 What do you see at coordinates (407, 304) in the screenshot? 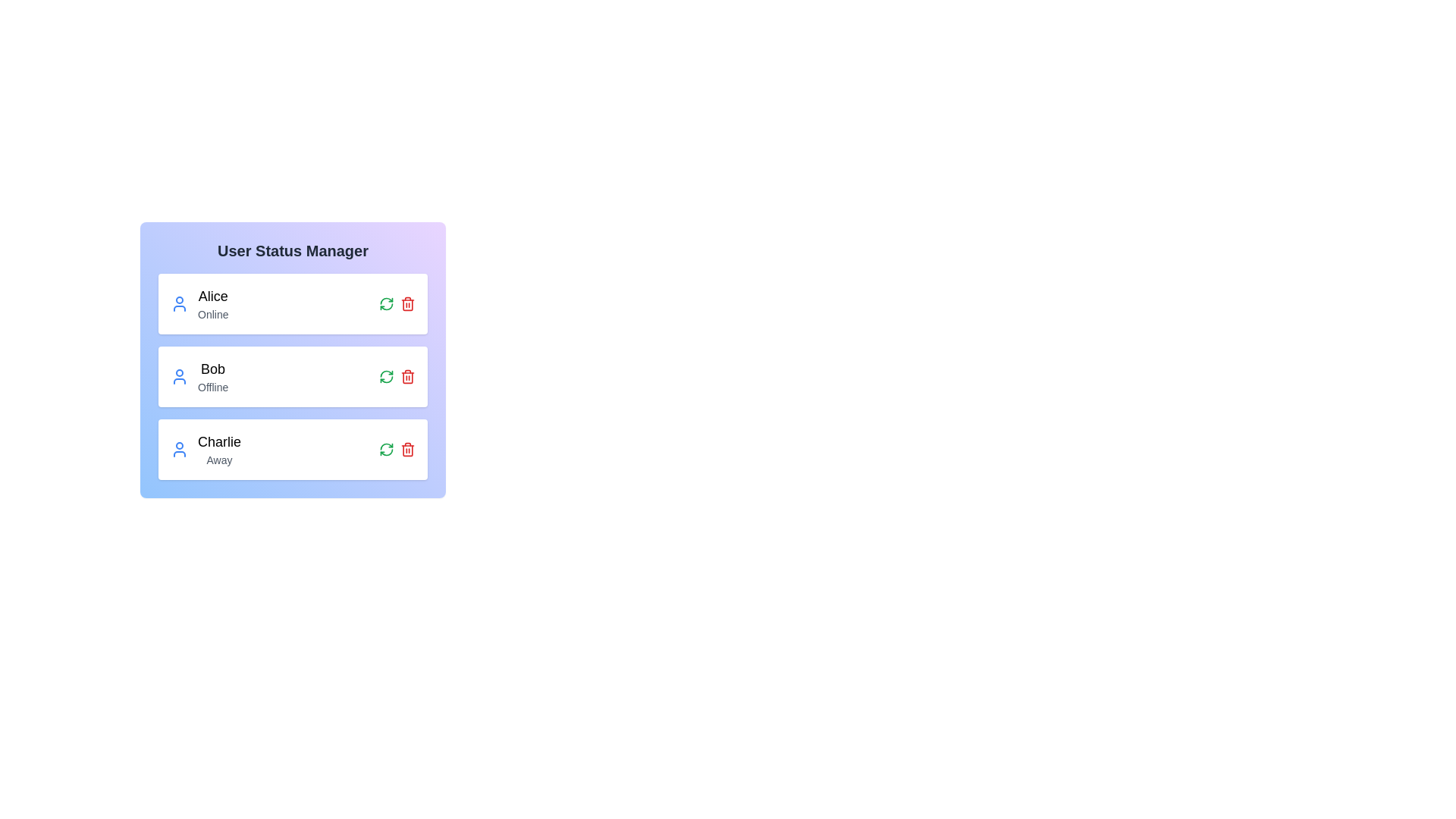
I see `delete button corresponding to the user Alice` at bounding box center [407, 304].